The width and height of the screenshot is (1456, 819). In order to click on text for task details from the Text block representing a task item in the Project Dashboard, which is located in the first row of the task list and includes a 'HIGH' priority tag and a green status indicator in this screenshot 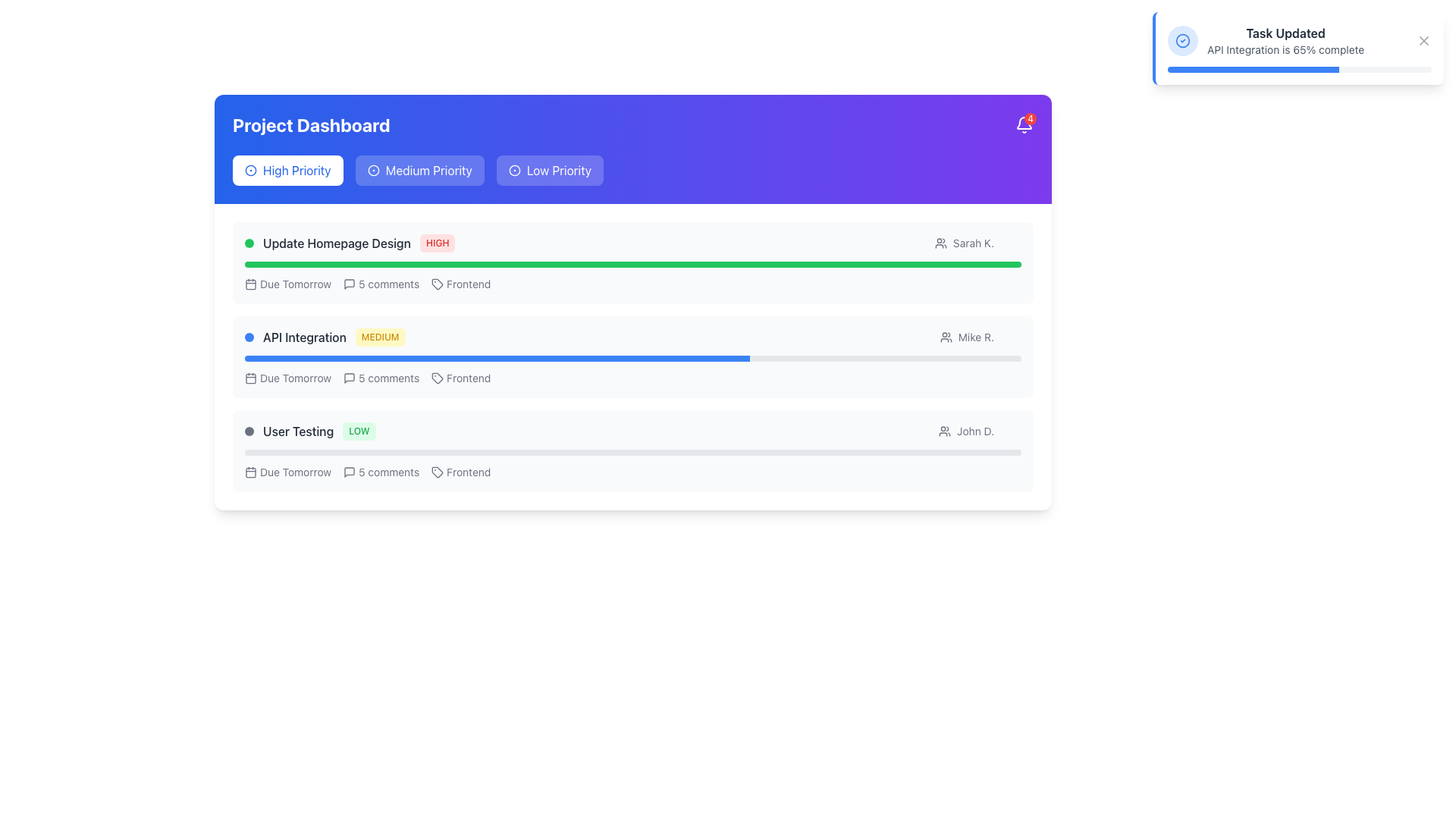, I will do `click(349, 242)`.